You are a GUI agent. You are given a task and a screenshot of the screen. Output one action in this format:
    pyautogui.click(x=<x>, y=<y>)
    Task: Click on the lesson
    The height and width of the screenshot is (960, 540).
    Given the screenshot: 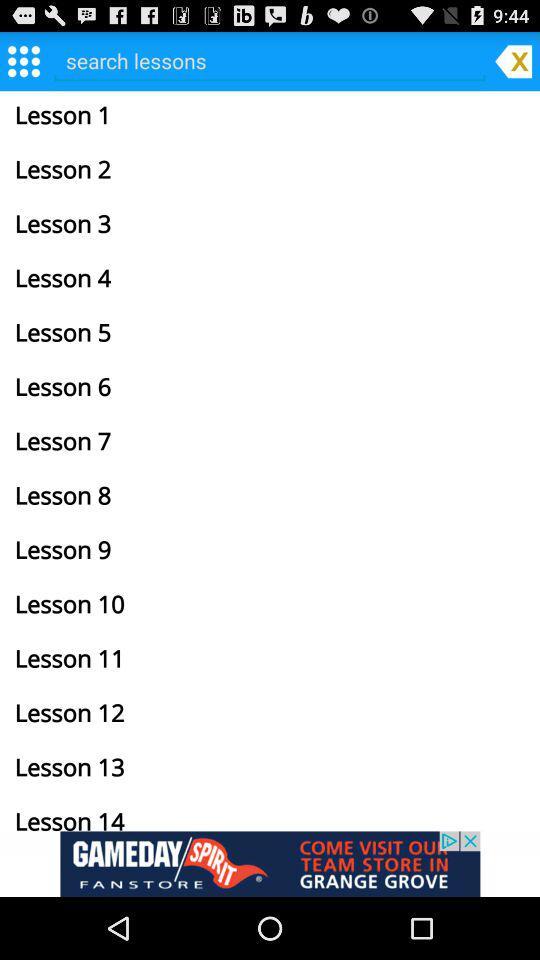 What is the action you would take?
    pyautogui.click(x=270, y=59)
    